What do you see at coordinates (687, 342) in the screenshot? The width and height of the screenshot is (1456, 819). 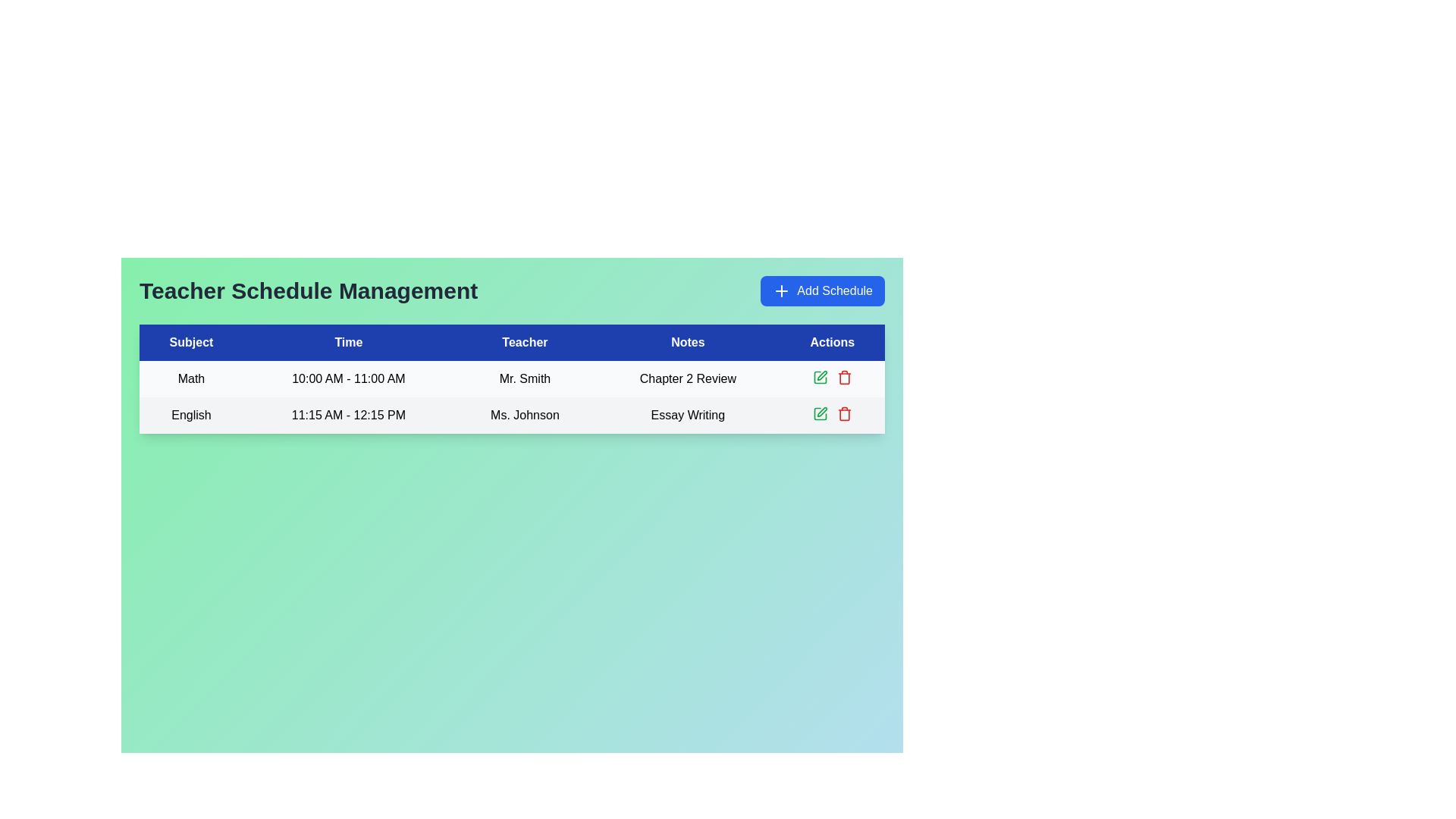 I see `the 'Notes' header label in the table, which is the fourth item in the header row located between 'Teacher' and 'Actions'` at bounding box center [687, 342].